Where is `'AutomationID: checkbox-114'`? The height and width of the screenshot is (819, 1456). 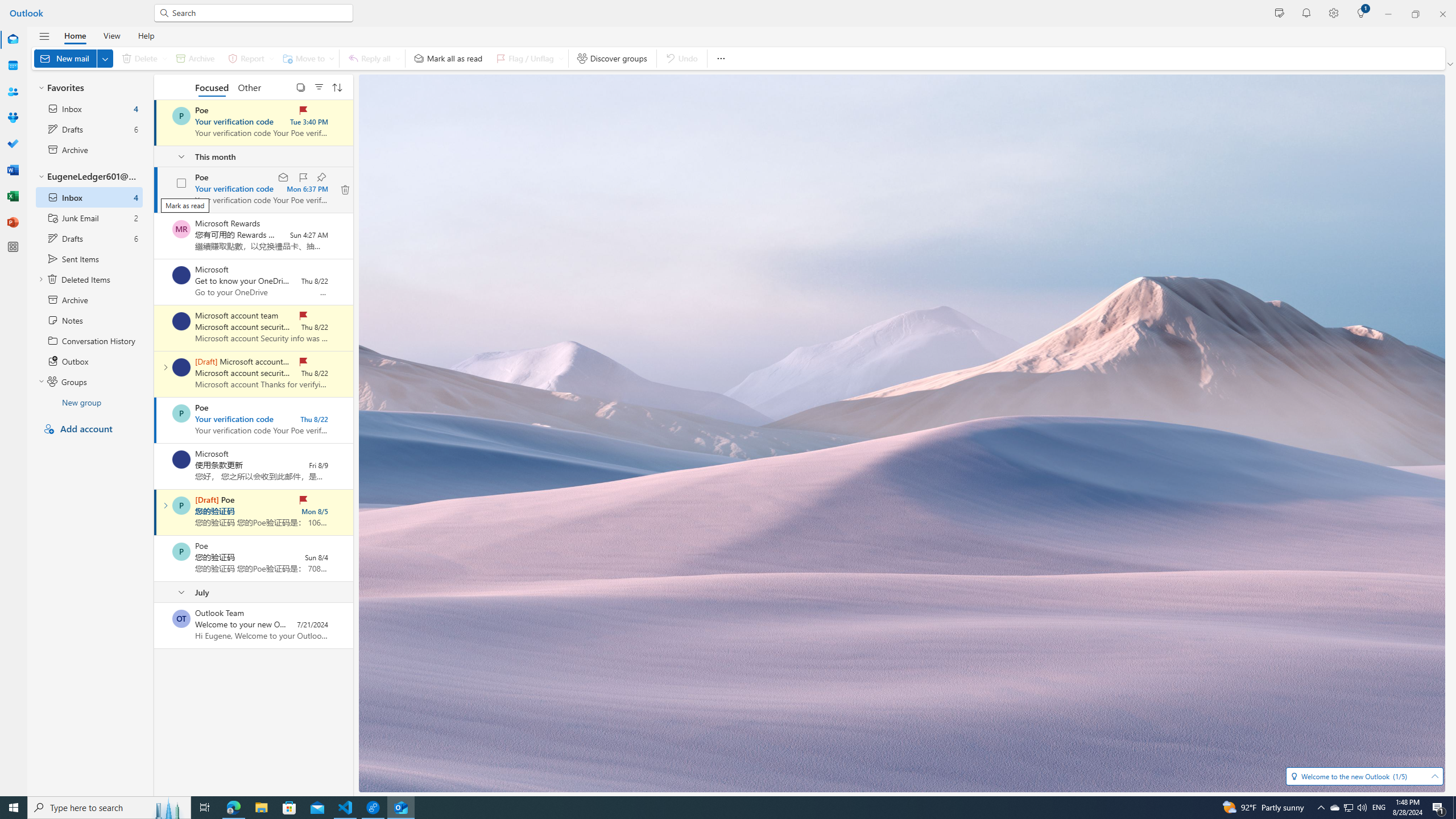 'AutomationID: checkbox-114' is located at coordinates (180, 183).